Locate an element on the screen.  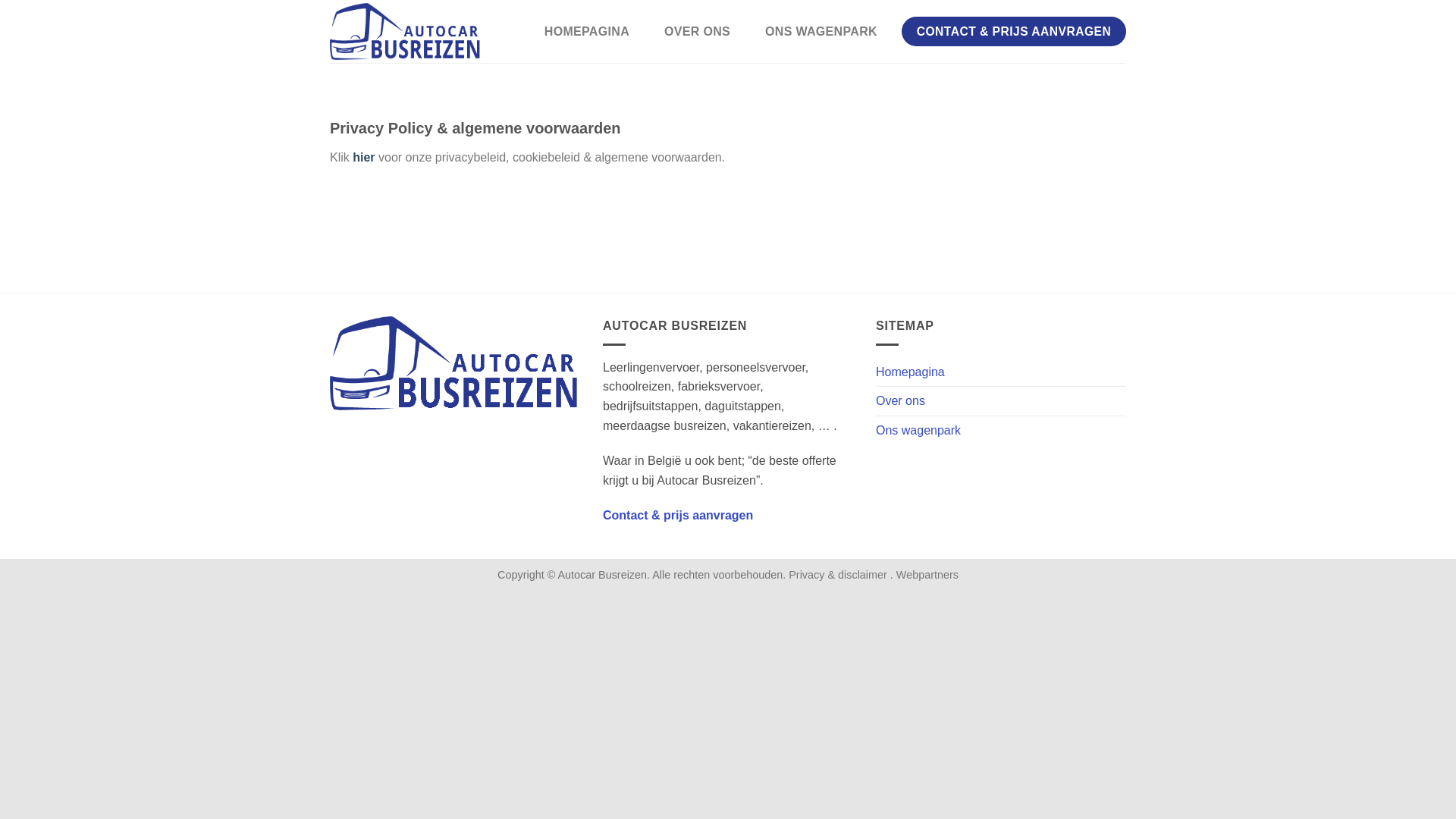
'Privacy & disclaimer' is located at coordinates (839, 575).